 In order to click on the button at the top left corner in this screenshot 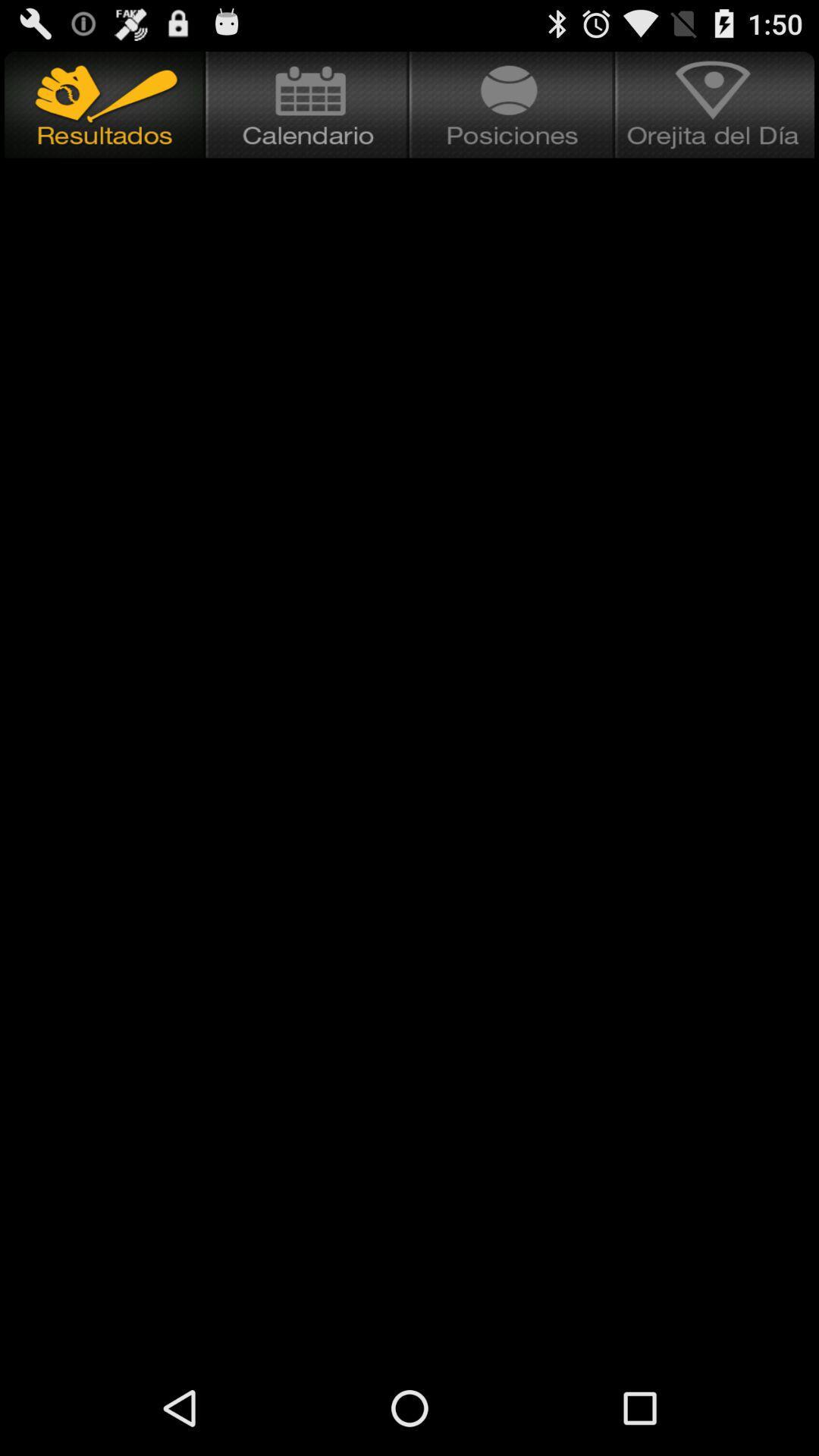, I will do `click(102, 104)`.